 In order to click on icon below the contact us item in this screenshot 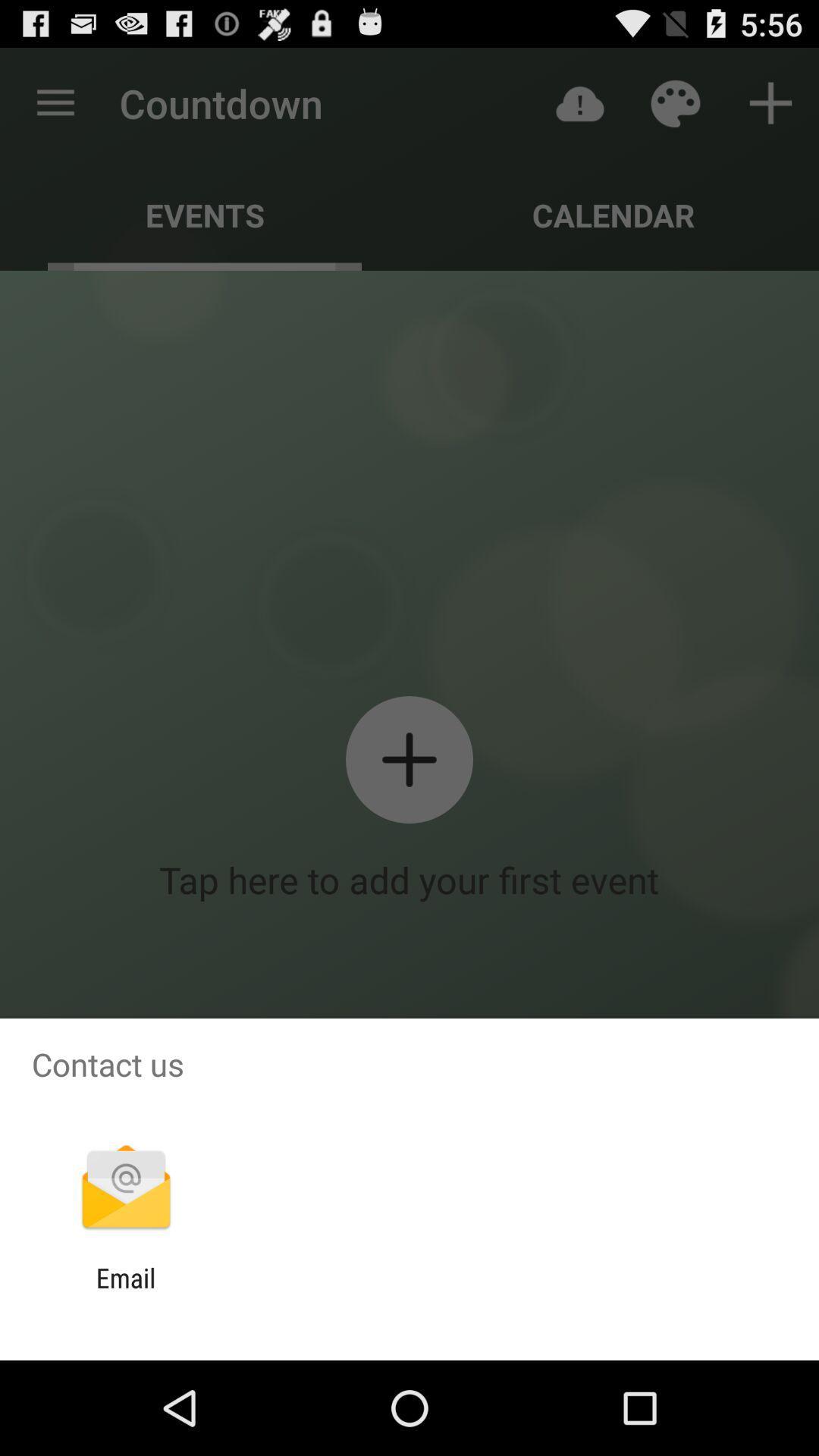, I will do `click(125, 1188)`.